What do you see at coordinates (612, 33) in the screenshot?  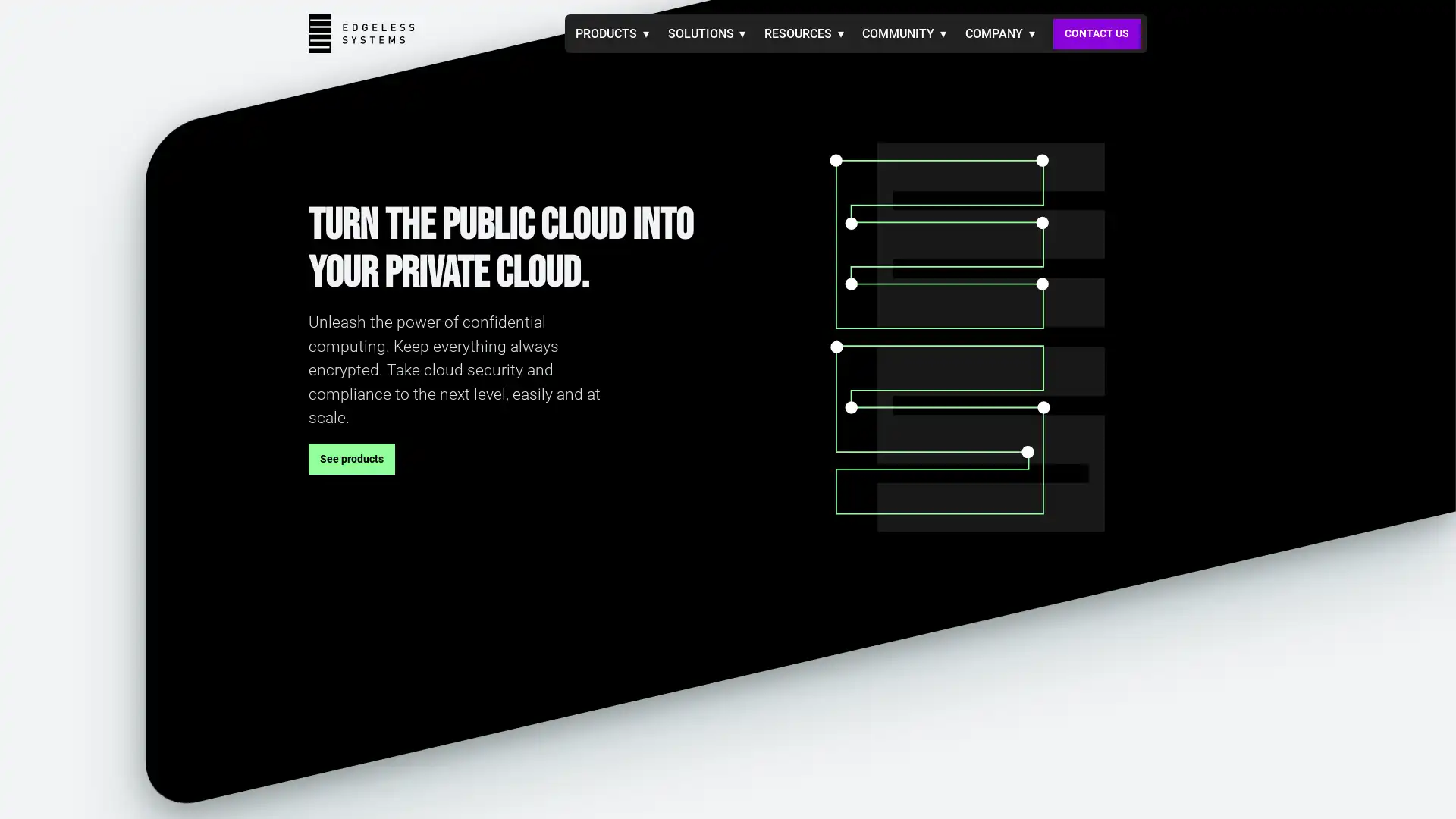 I see `PRODUCTS` at bounding box center [612, 33].